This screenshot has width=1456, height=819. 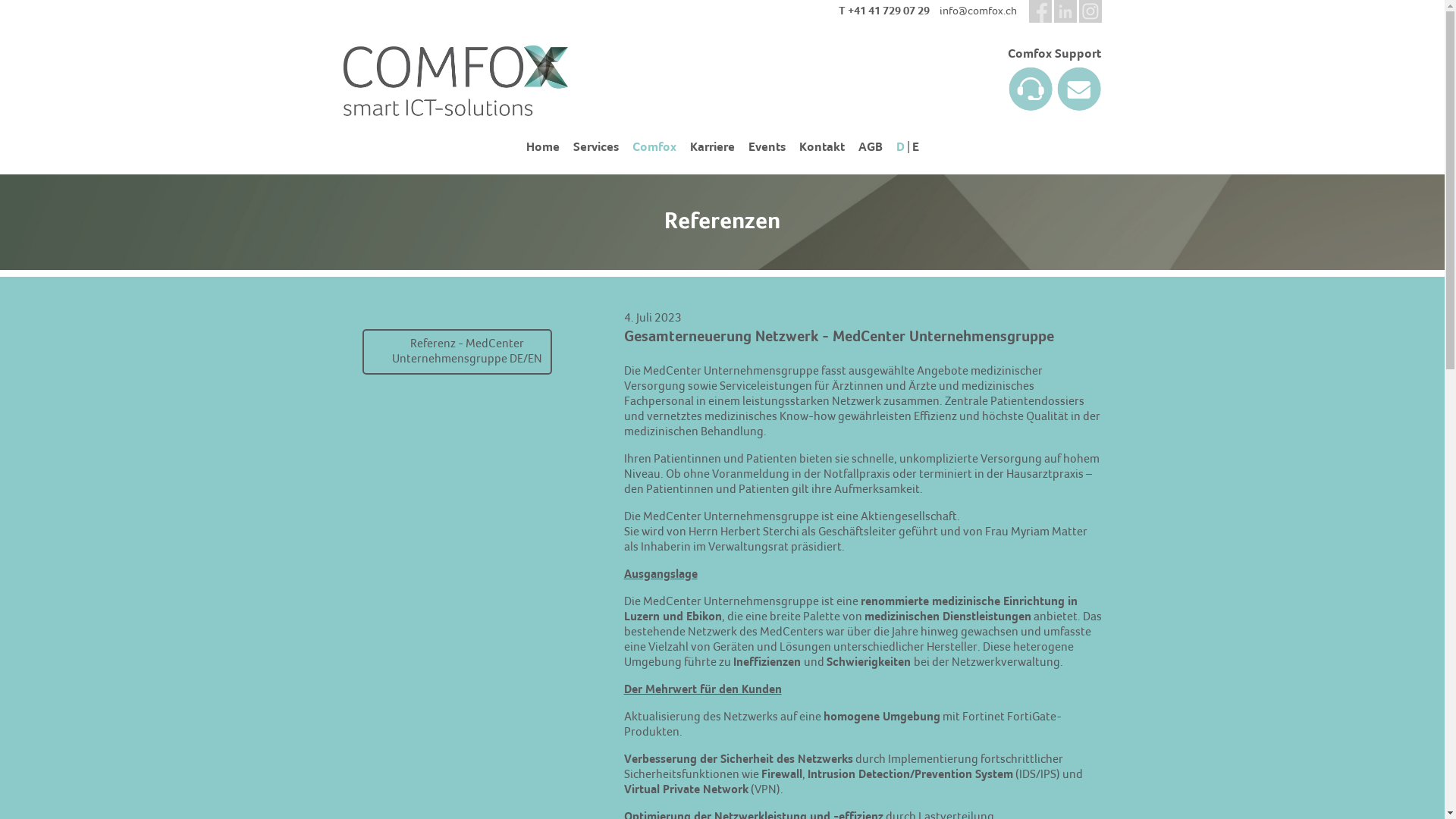 I want to click on 'Home', so click(x=542, y=147).